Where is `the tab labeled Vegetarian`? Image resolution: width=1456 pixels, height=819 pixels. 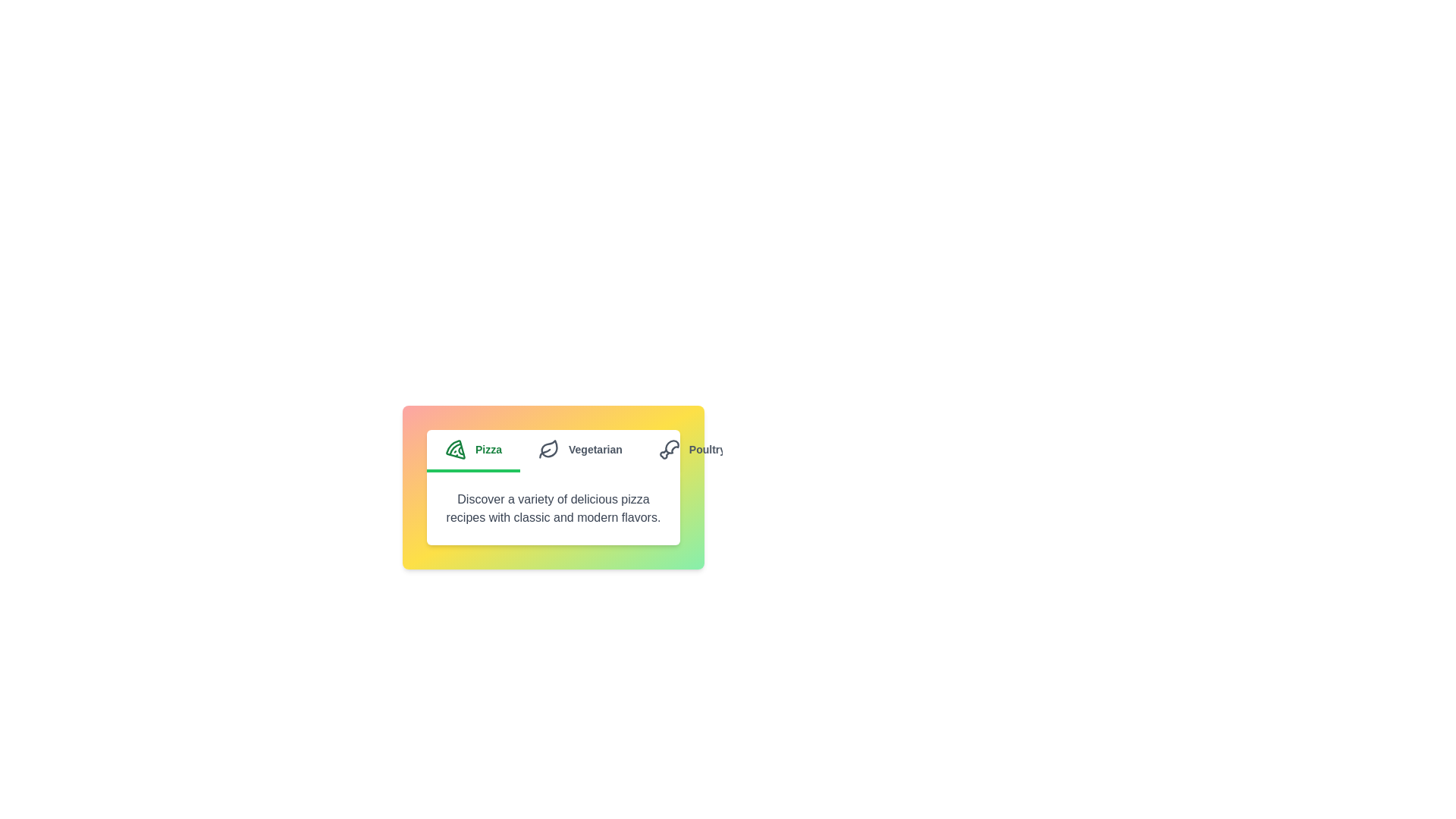
the tab labeled Vegetarian is located at coordinates (579, 450).